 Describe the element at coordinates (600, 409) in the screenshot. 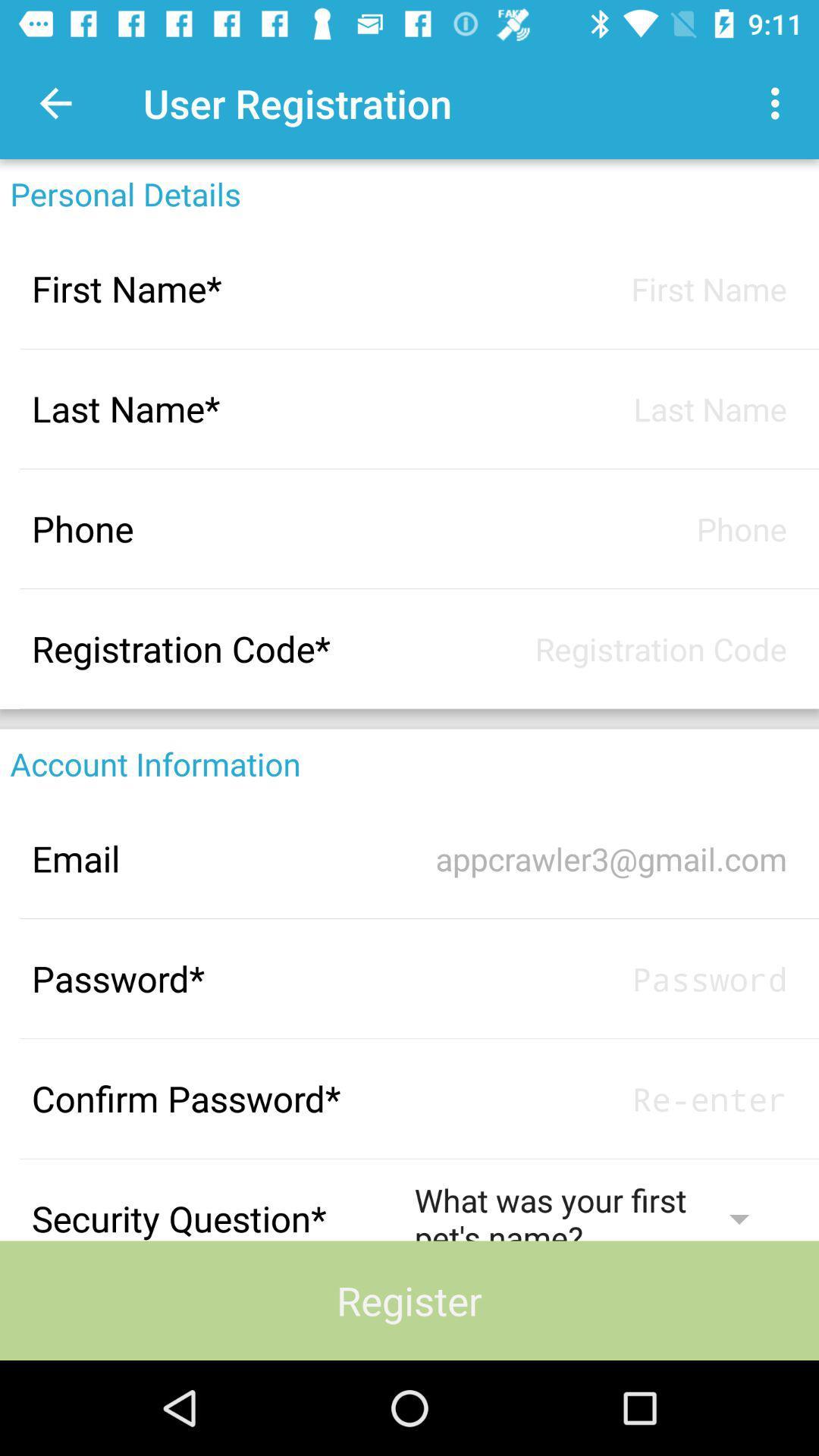

I see `last name` at that location.